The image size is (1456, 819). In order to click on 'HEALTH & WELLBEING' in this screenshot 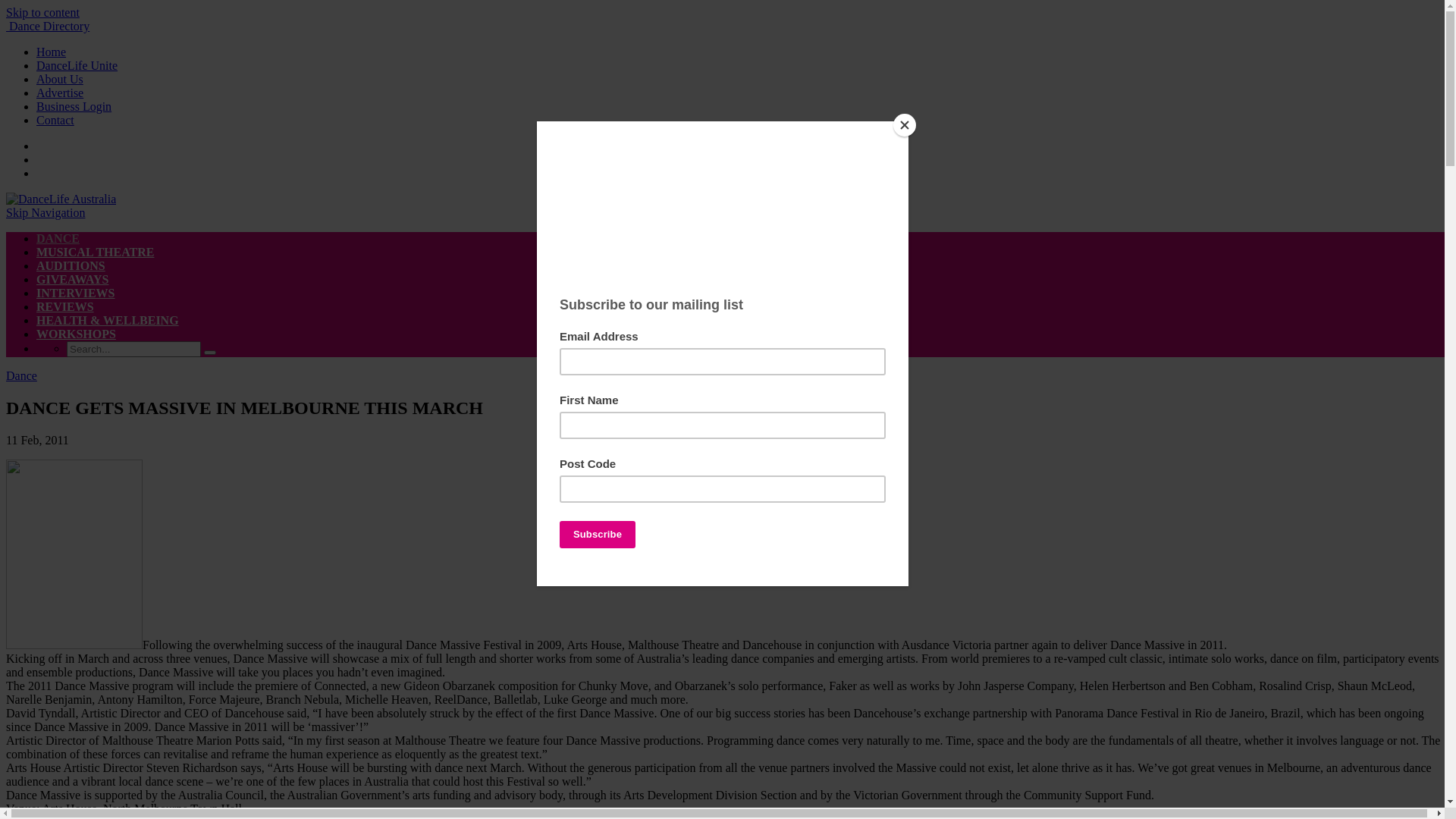, I will do `click(107, 319)`.